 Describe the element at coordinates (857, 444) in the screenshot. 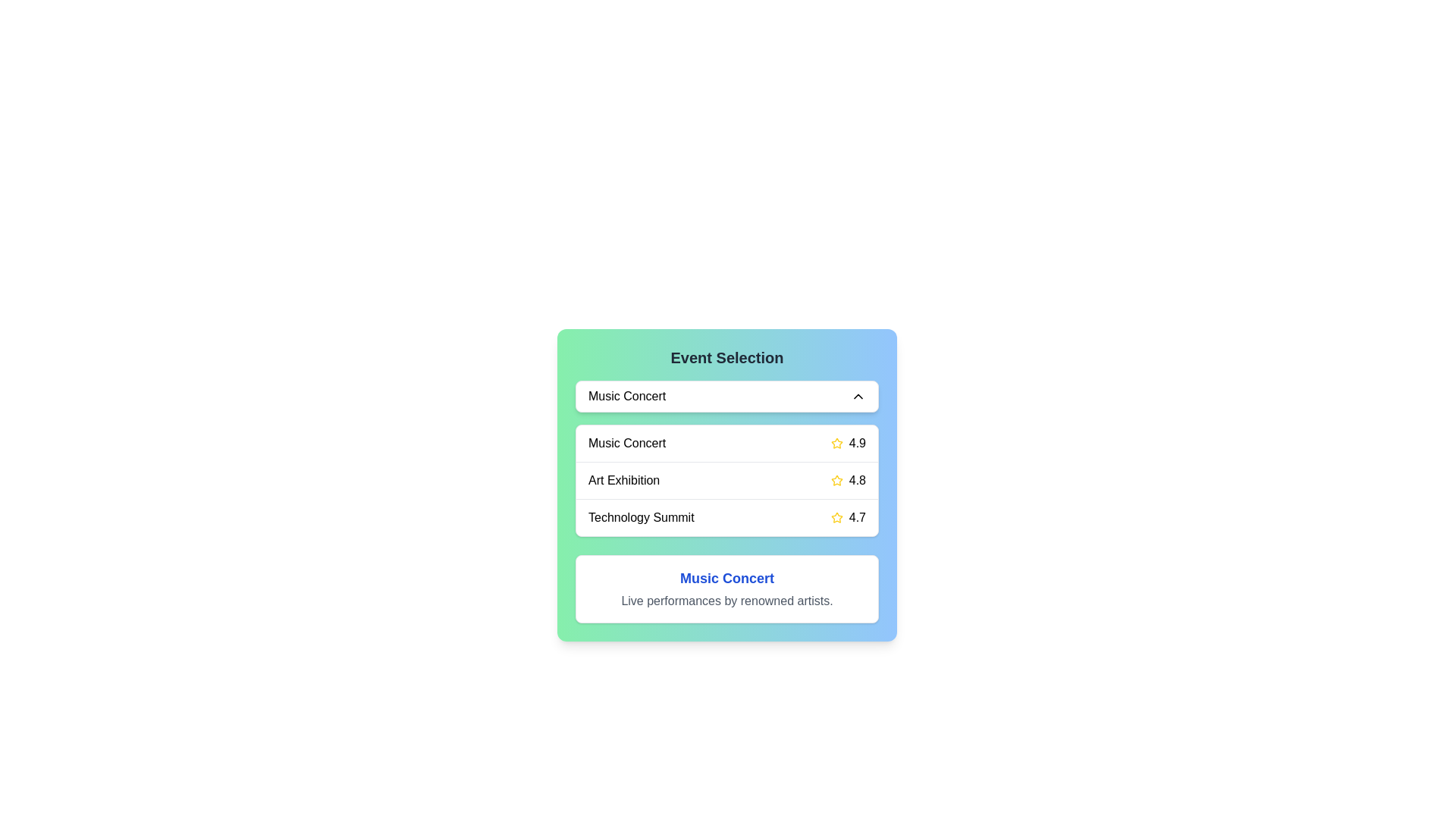

I see `static text displaying the rating value for the 'Music Concert' option, which is located to the right of the star icon in the top-most row of the 'Event Selection' list` at that location.